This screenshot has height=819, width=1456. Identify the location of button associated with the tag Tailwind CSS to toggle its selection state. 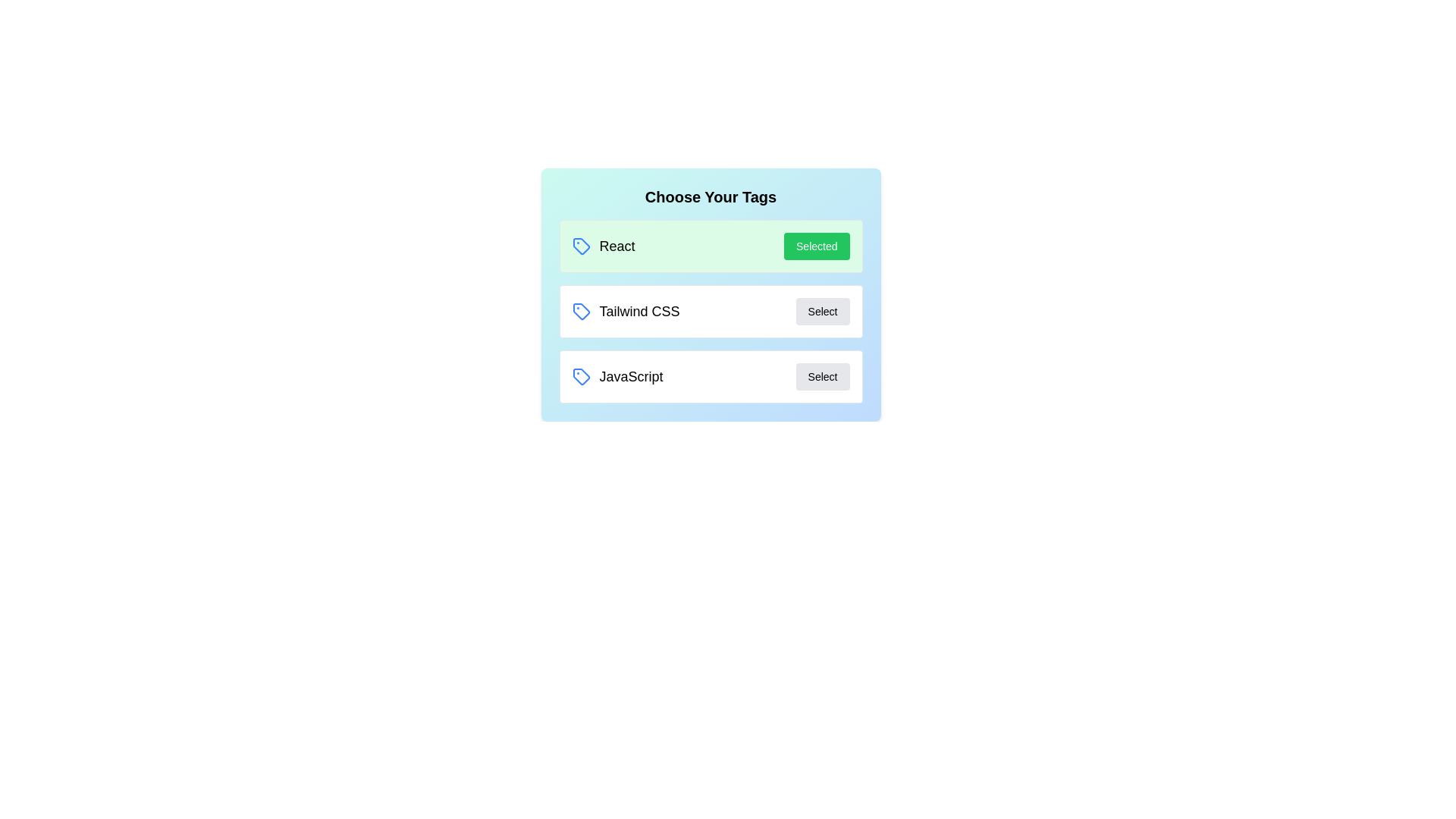
(821, 311).